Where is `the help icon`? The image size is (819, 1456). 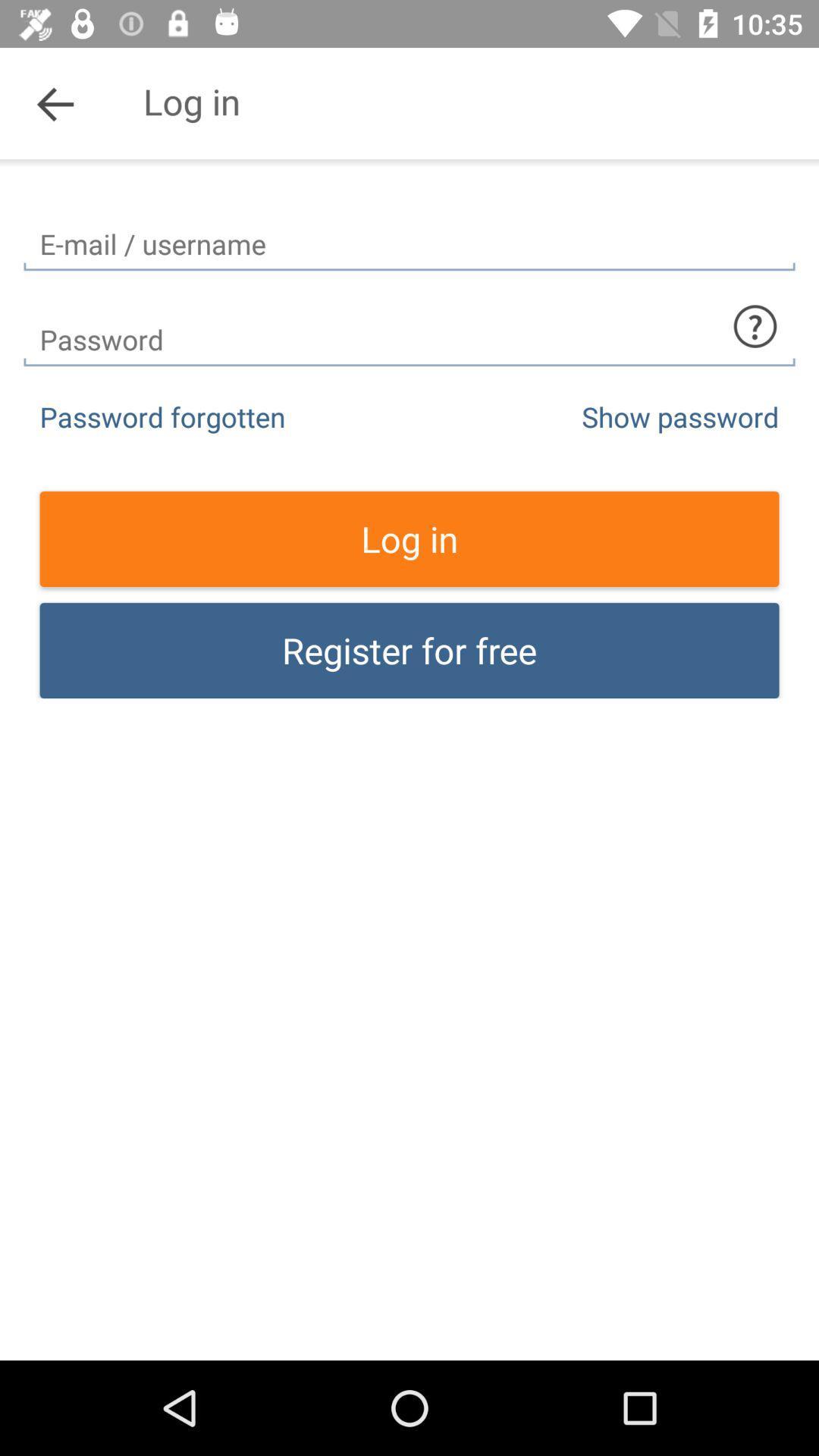
the help icon is located at coordinates (755, 325).